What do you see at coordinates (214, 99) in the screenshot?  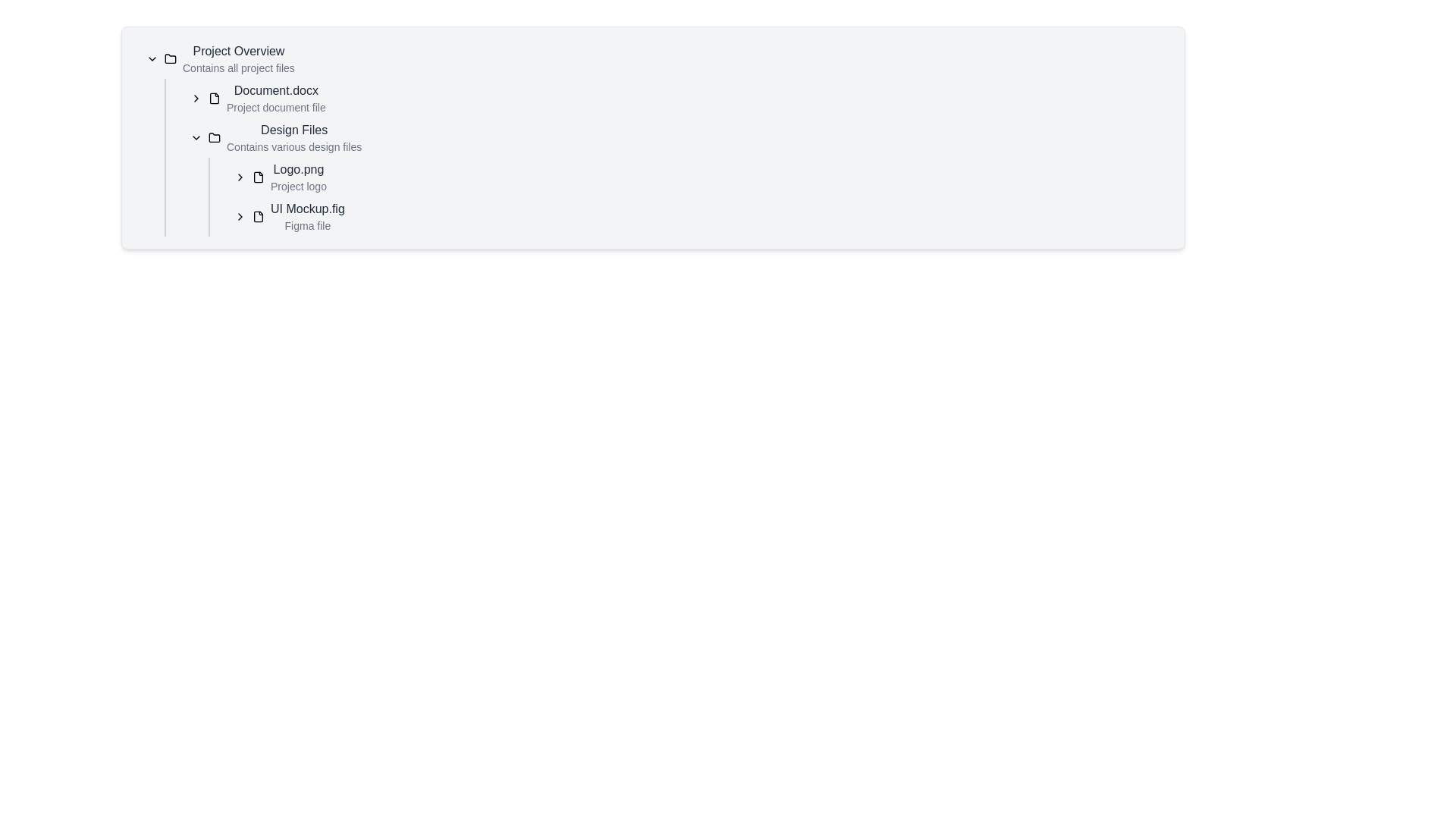 I see `the file icon representing 'Document.docx' in the project file hierarchy` at bounding box center [214, 99].